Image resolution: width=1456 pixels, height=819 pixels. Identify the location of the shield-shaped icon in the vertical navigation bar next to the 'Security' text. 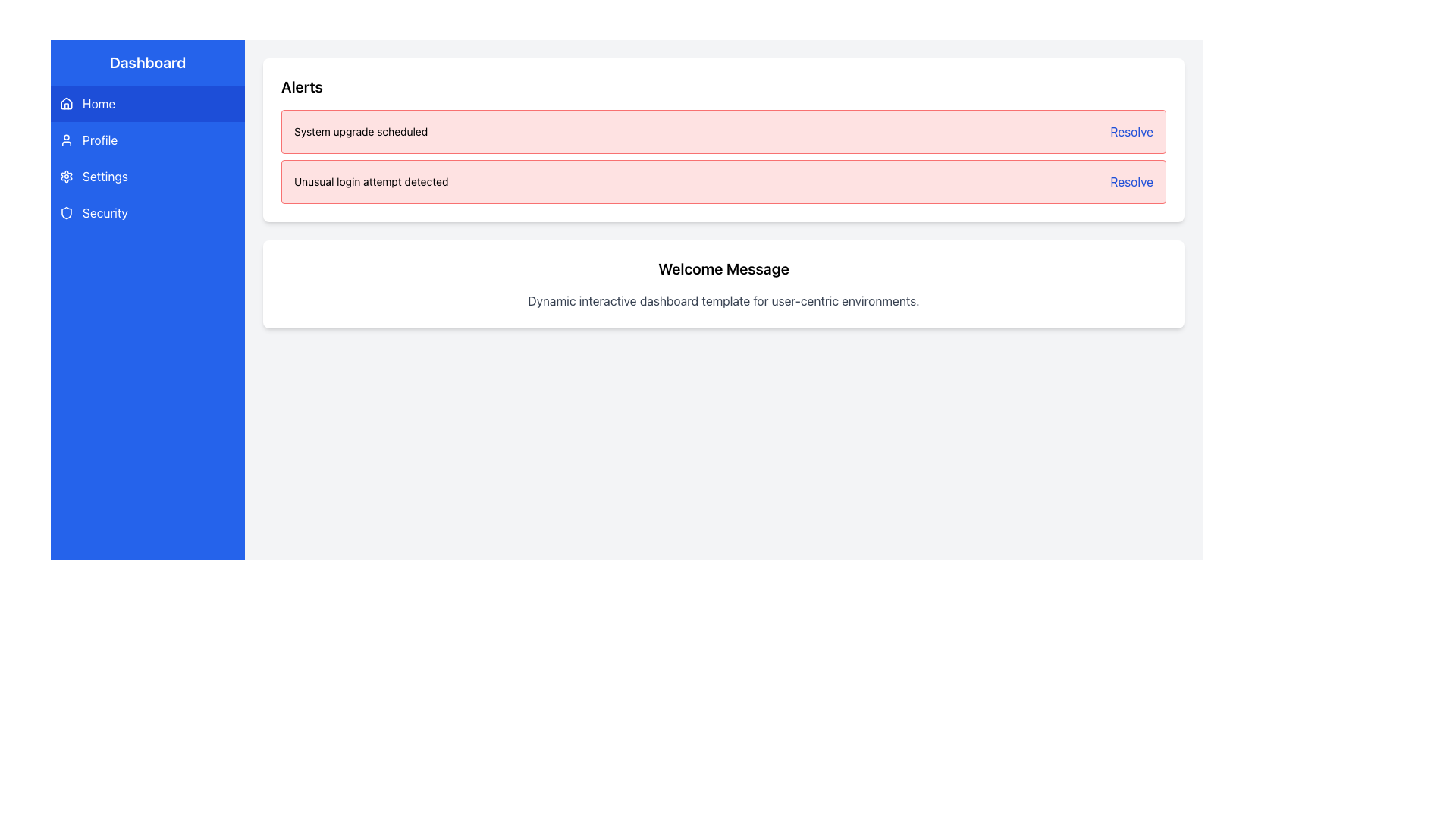
(65, 213).